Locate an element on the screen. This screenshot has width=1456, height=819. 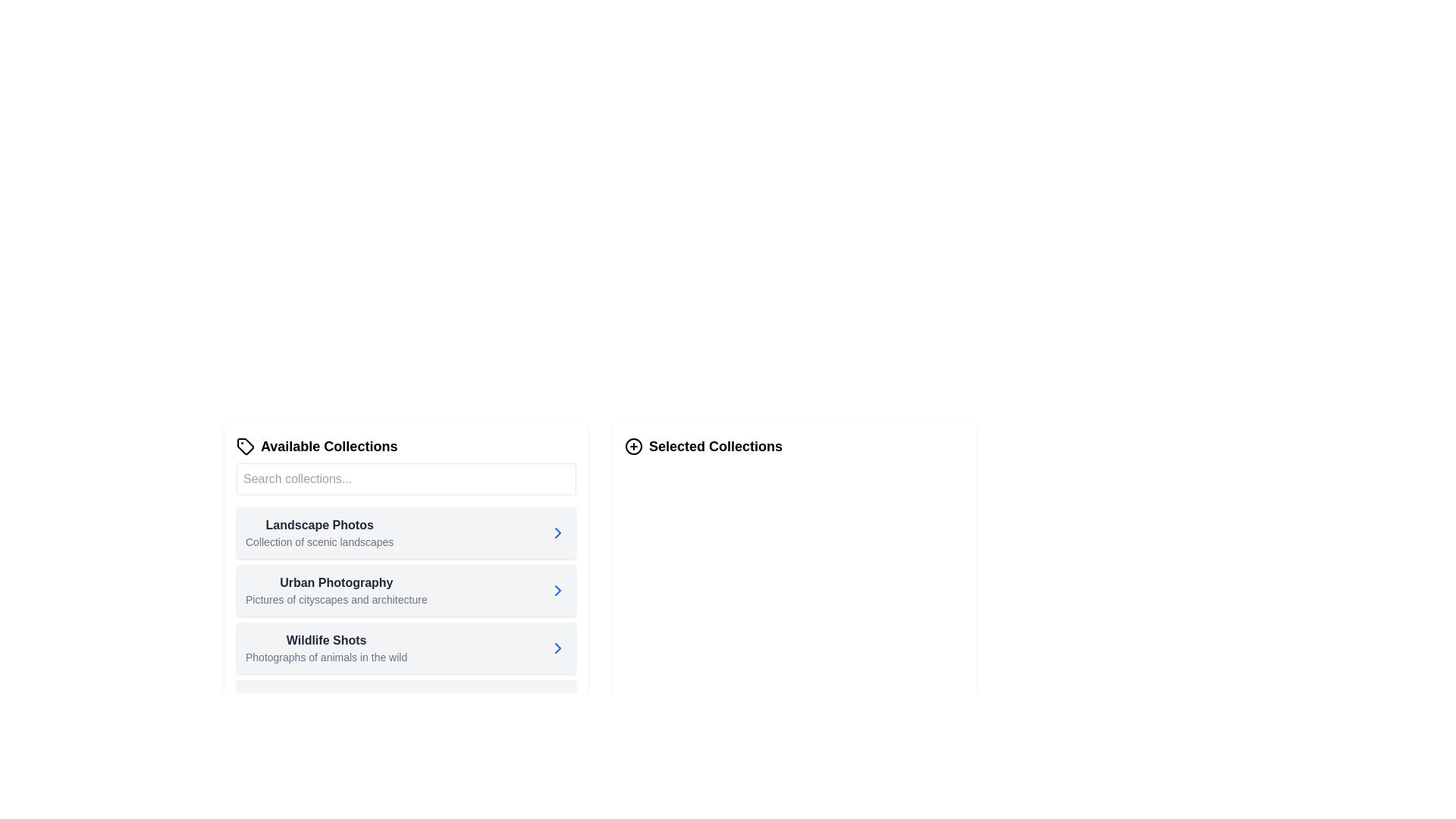
the right-facing blue chevron icon used for navigation, located at the far-right of the 'Landscape Photos' item in the 'Available Collections' list is located at coordinates (557, 532).